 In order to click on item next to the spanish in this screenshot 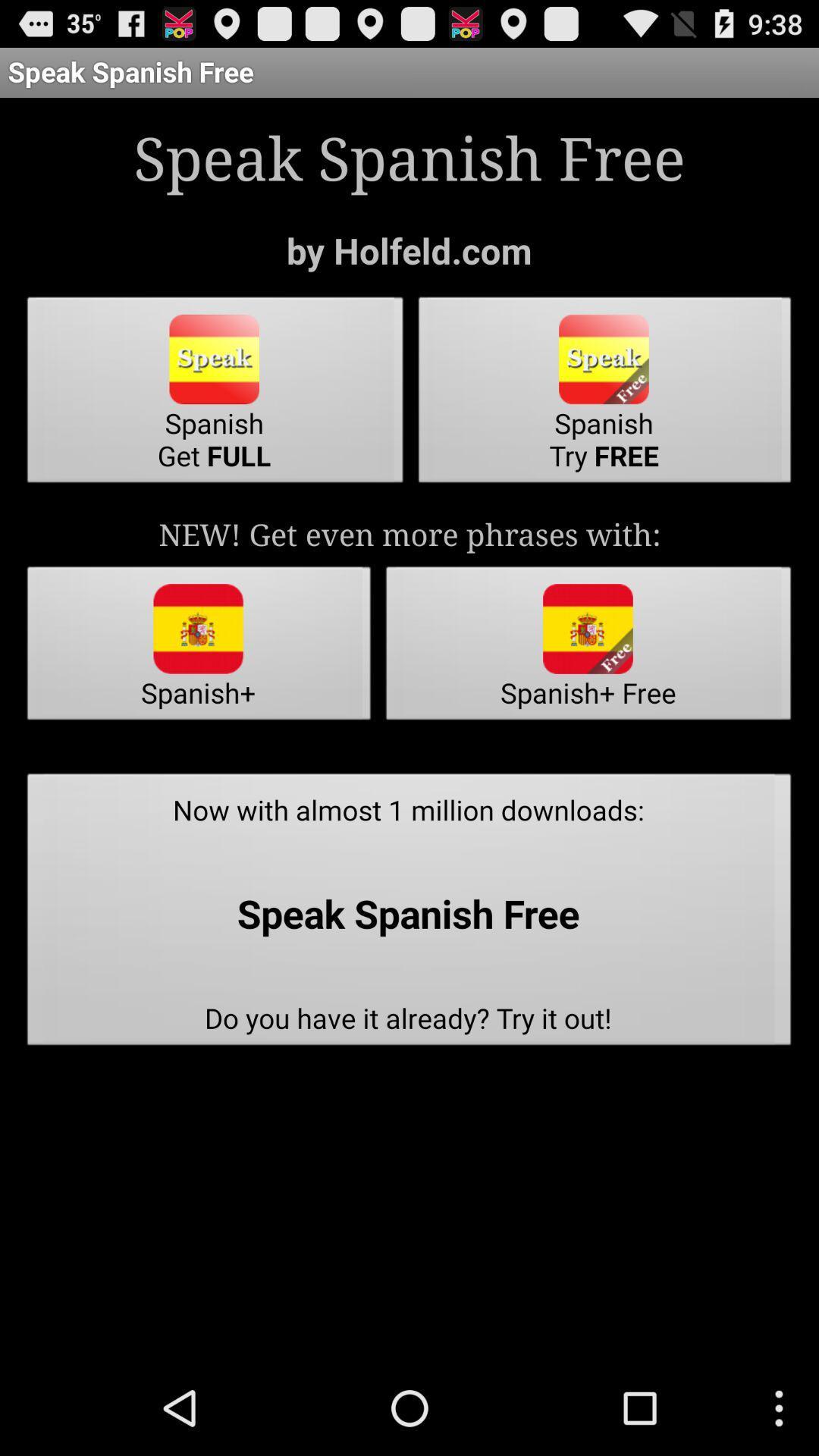, I will do `click(215, 394)`.